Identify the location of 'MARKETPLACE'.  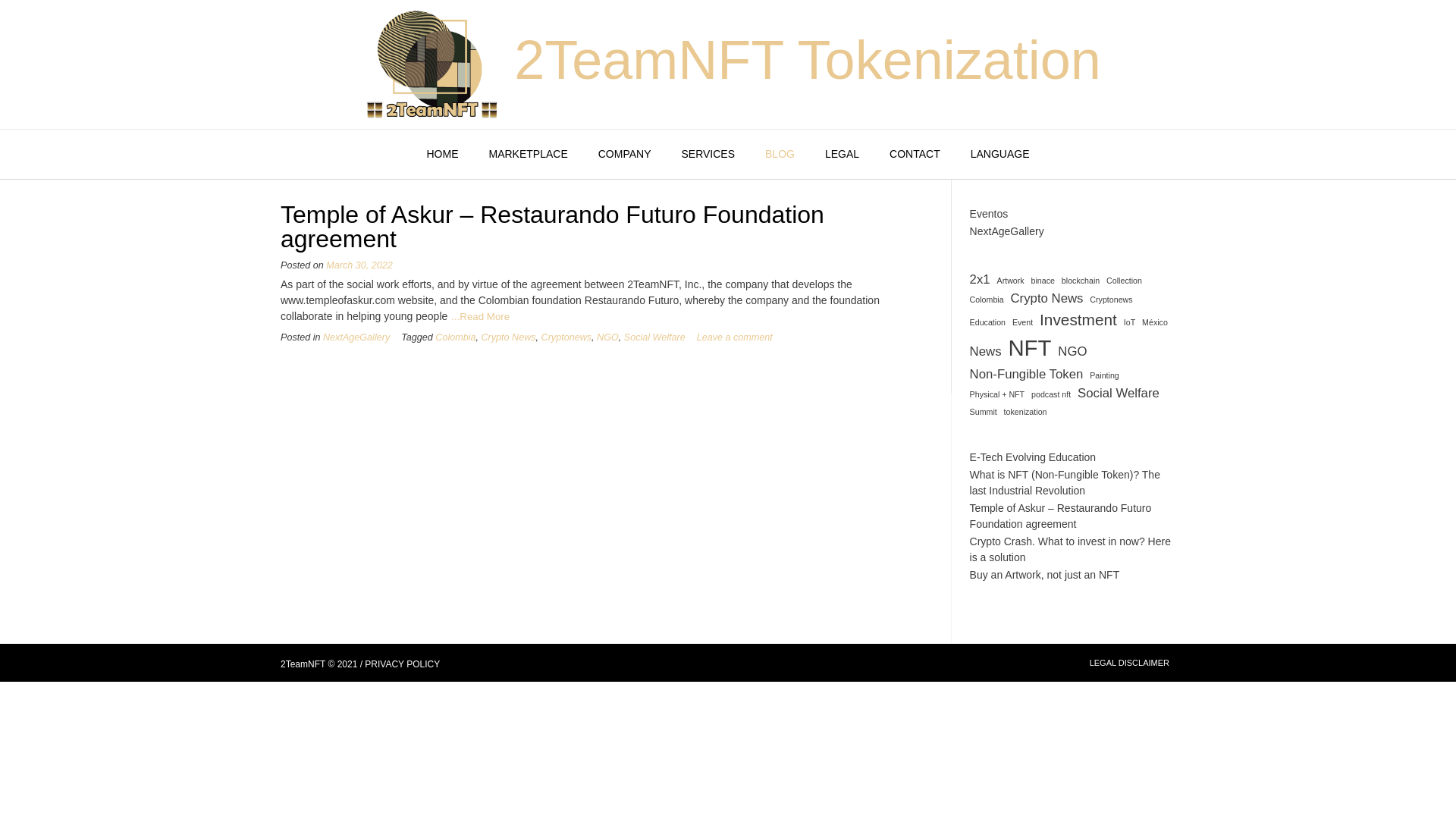
(528, 155).